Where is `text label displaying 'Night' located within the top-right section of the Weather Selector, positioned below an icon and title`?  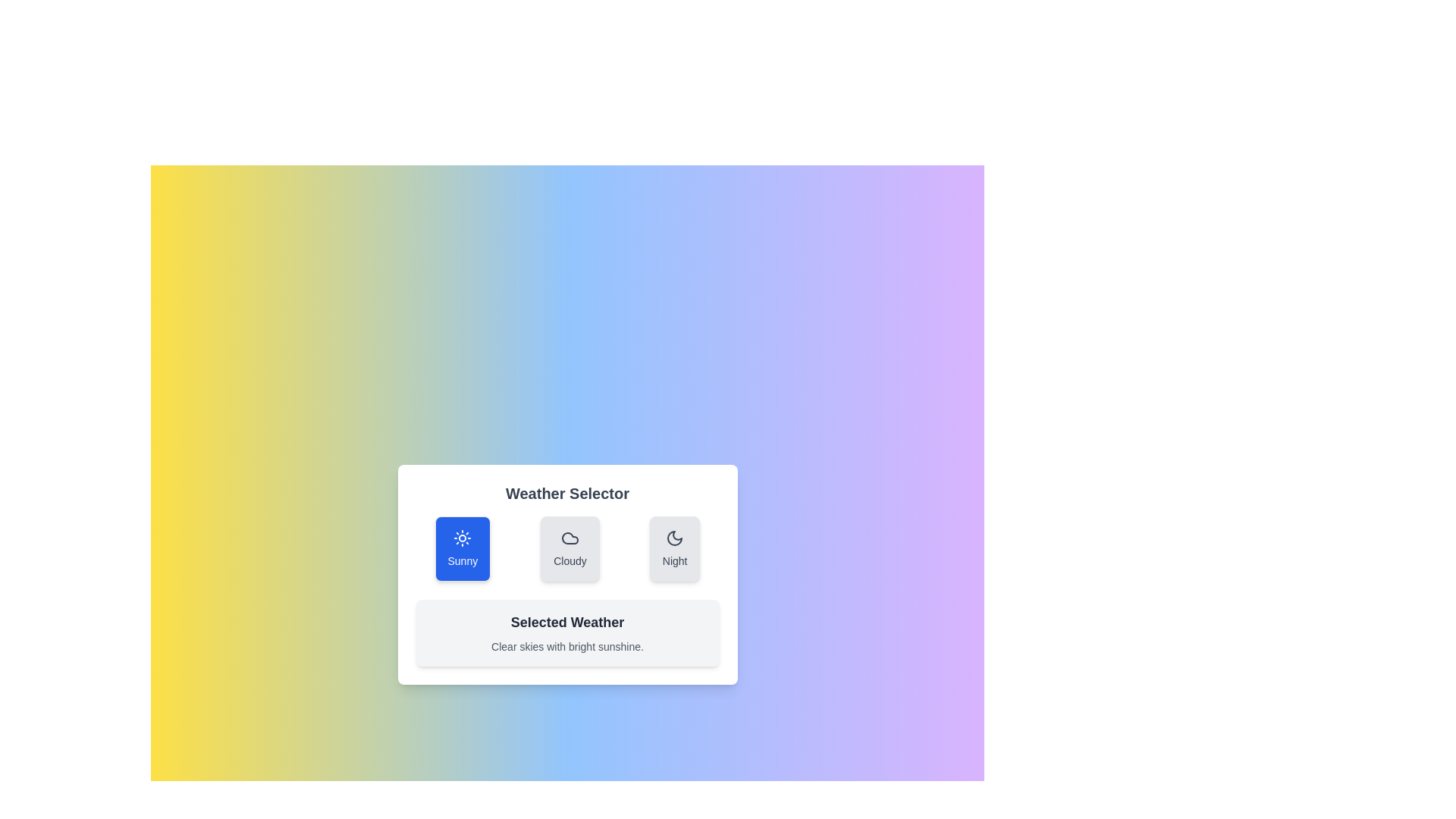 text label displaying 'Night' located within the top-right section of the Weather Selector, positioned below an icon and title is located at coordinates (674, 561).